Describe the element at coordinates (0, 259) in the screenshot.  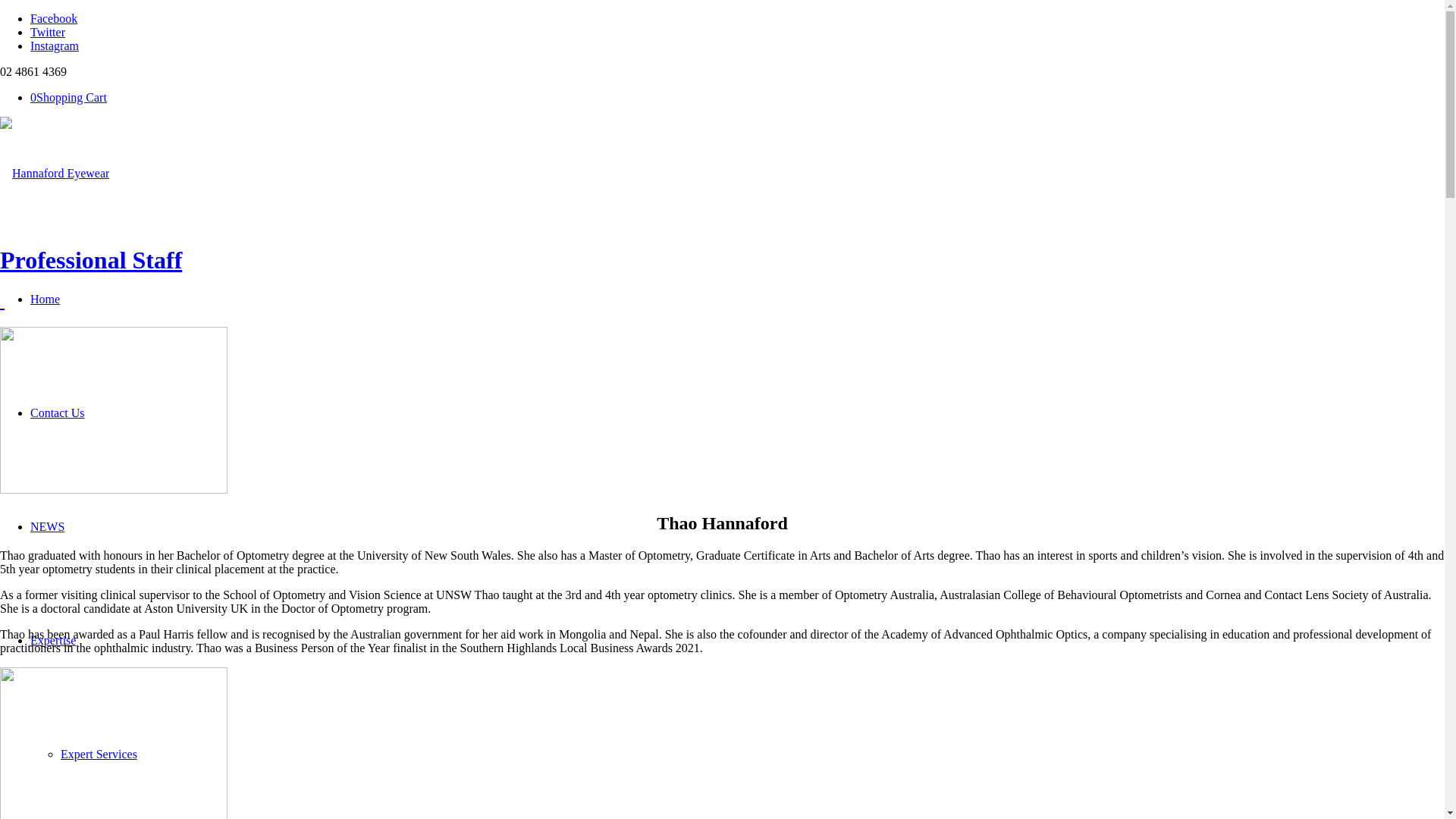
I see `'Professional Staff'` at that location.